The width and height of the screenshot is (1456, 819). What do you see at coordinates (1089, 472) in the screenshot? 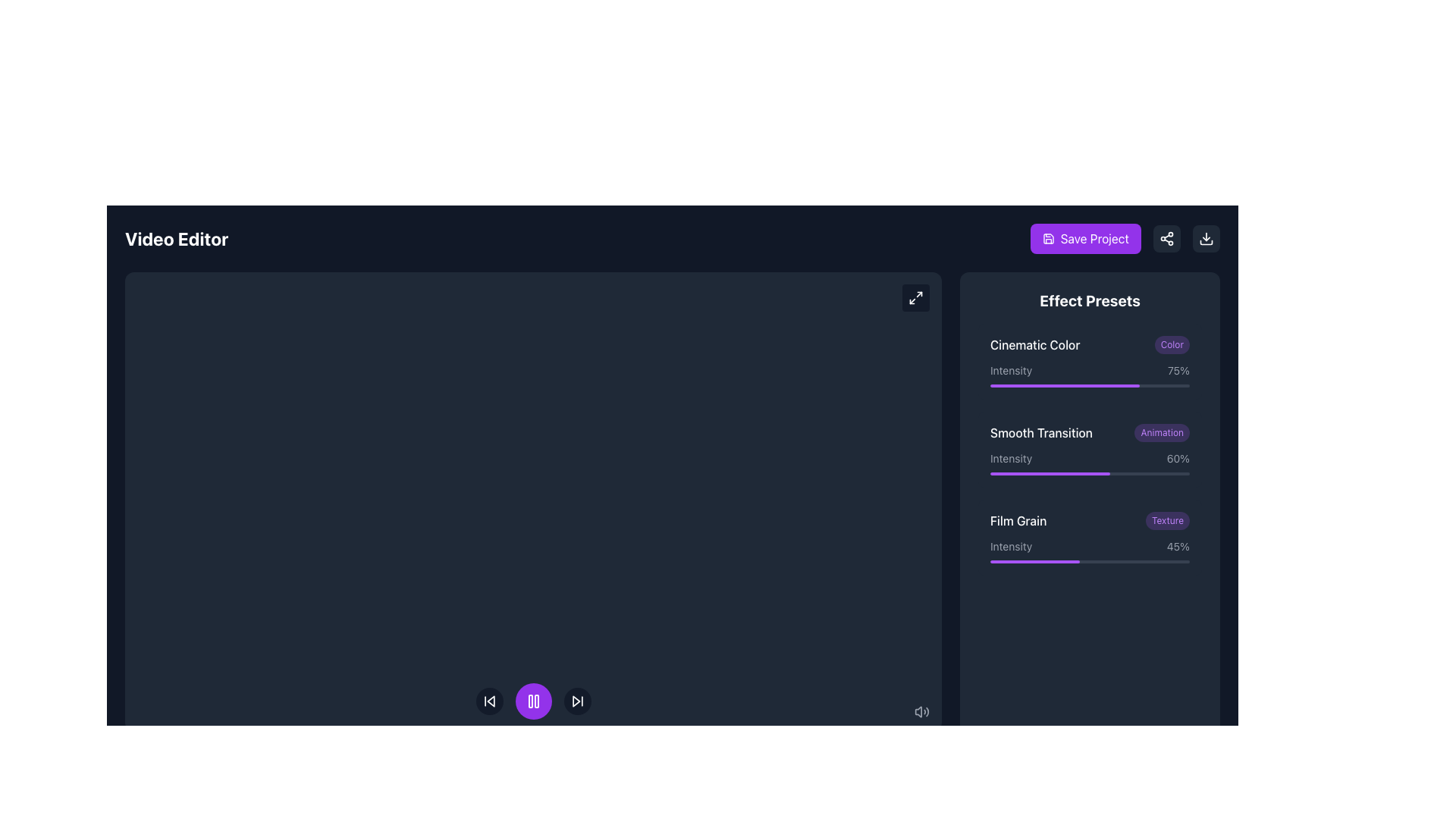
I see `the progress bar indicating 'Smooth Transition Intensity' with a filled portion extending to 60%` at bounding box center [1089, 472].